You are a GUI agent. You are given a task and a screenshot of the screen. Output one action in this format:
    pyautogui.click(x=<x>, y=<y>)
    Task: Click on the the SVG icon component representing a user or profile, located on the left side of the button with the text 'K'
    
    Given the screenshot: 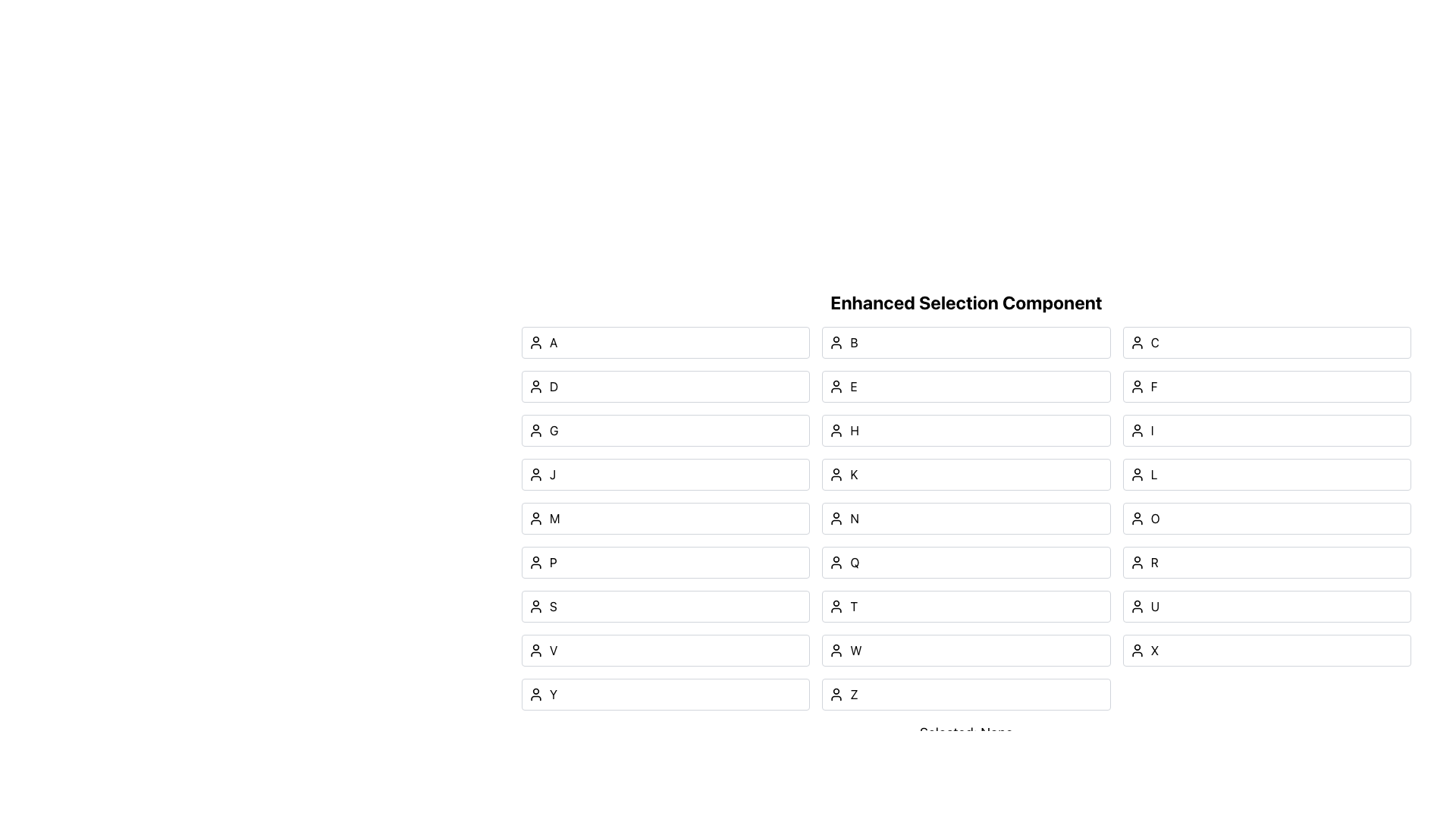 What is the action you would take?
    pyautogui.click(x=836, y=473)
    